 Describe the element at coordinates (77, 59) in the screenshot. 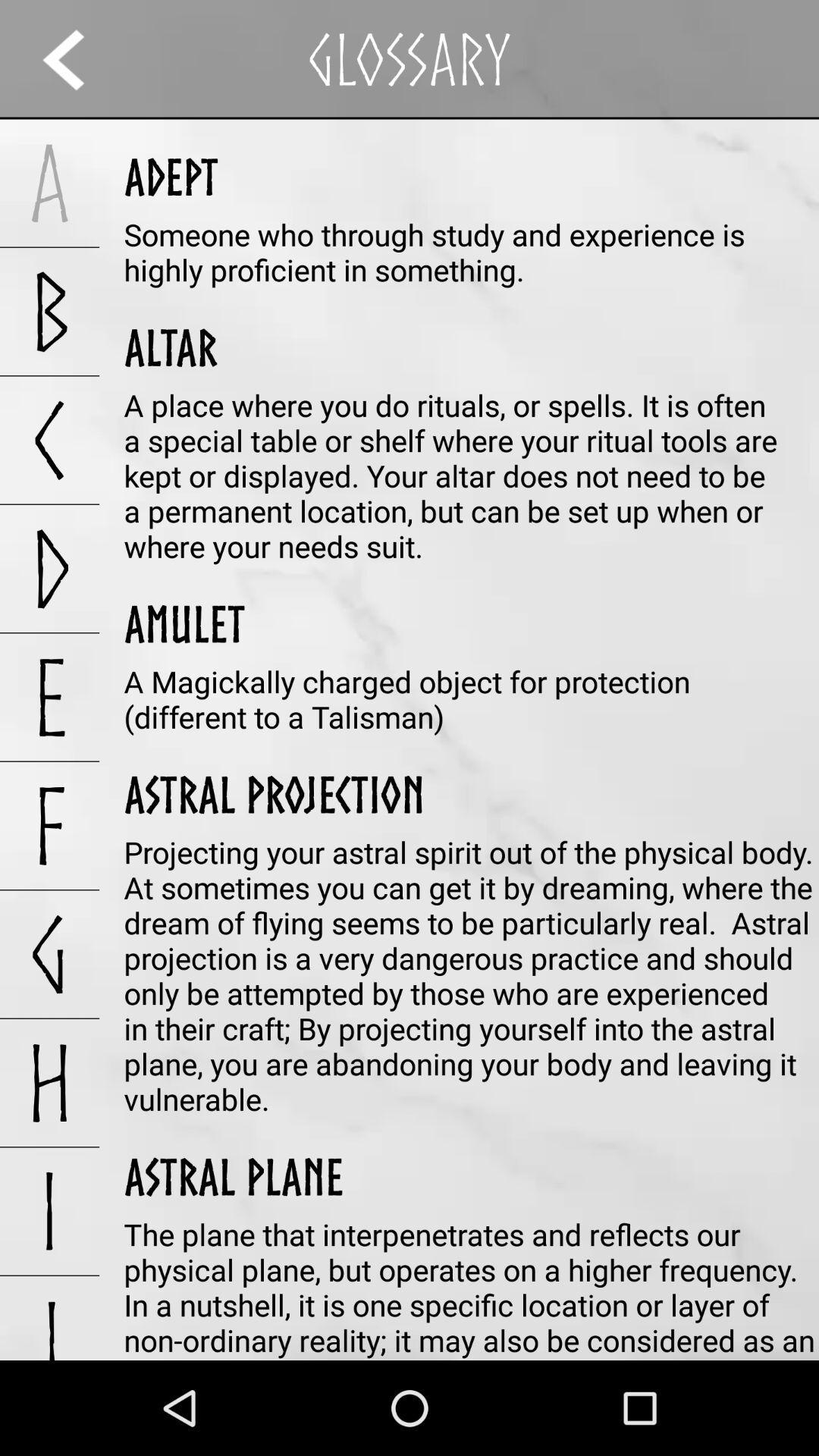

I see `go back` at that location.